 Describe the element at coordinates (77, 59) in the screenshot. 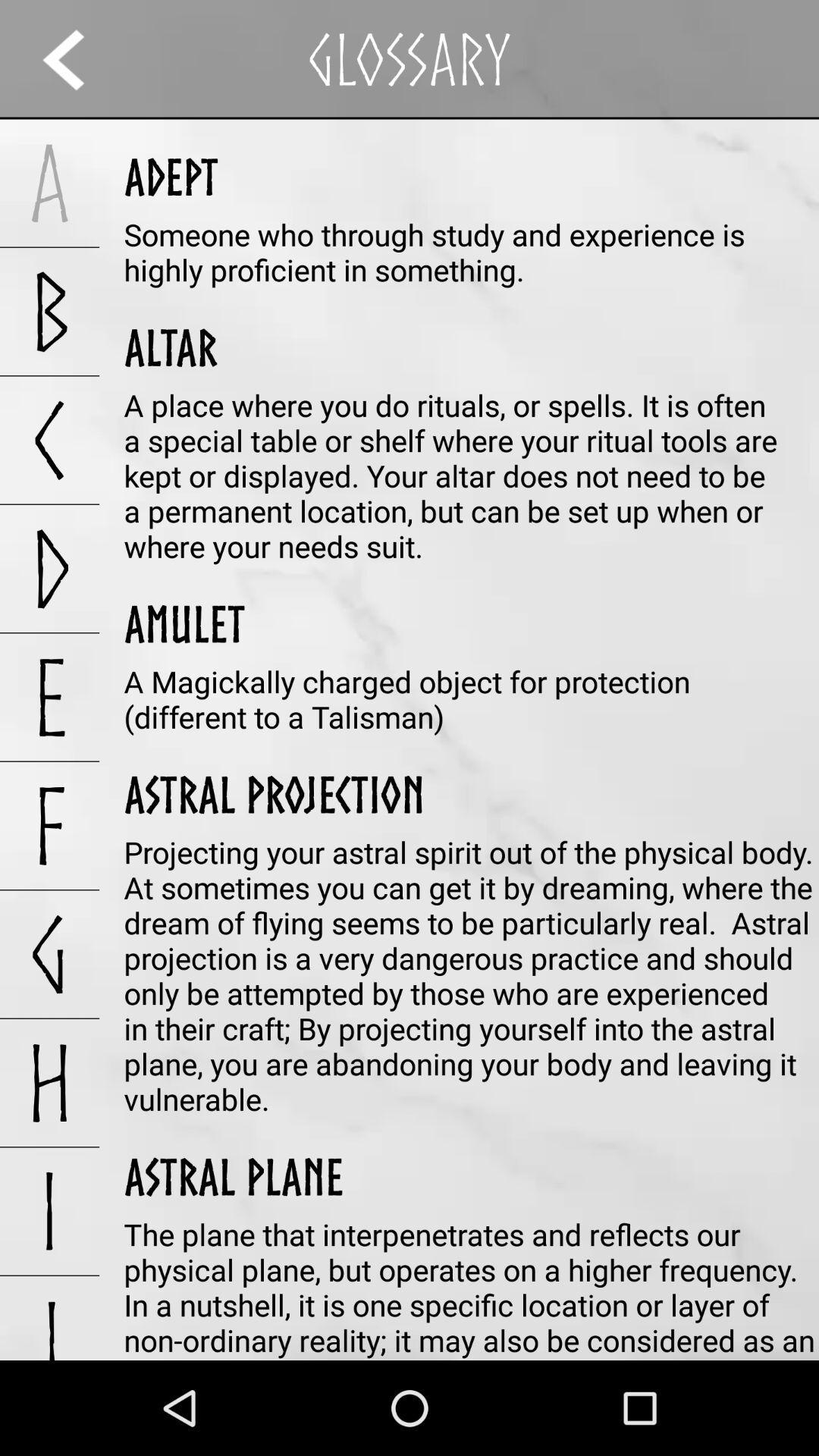

I see `go back` at that location.